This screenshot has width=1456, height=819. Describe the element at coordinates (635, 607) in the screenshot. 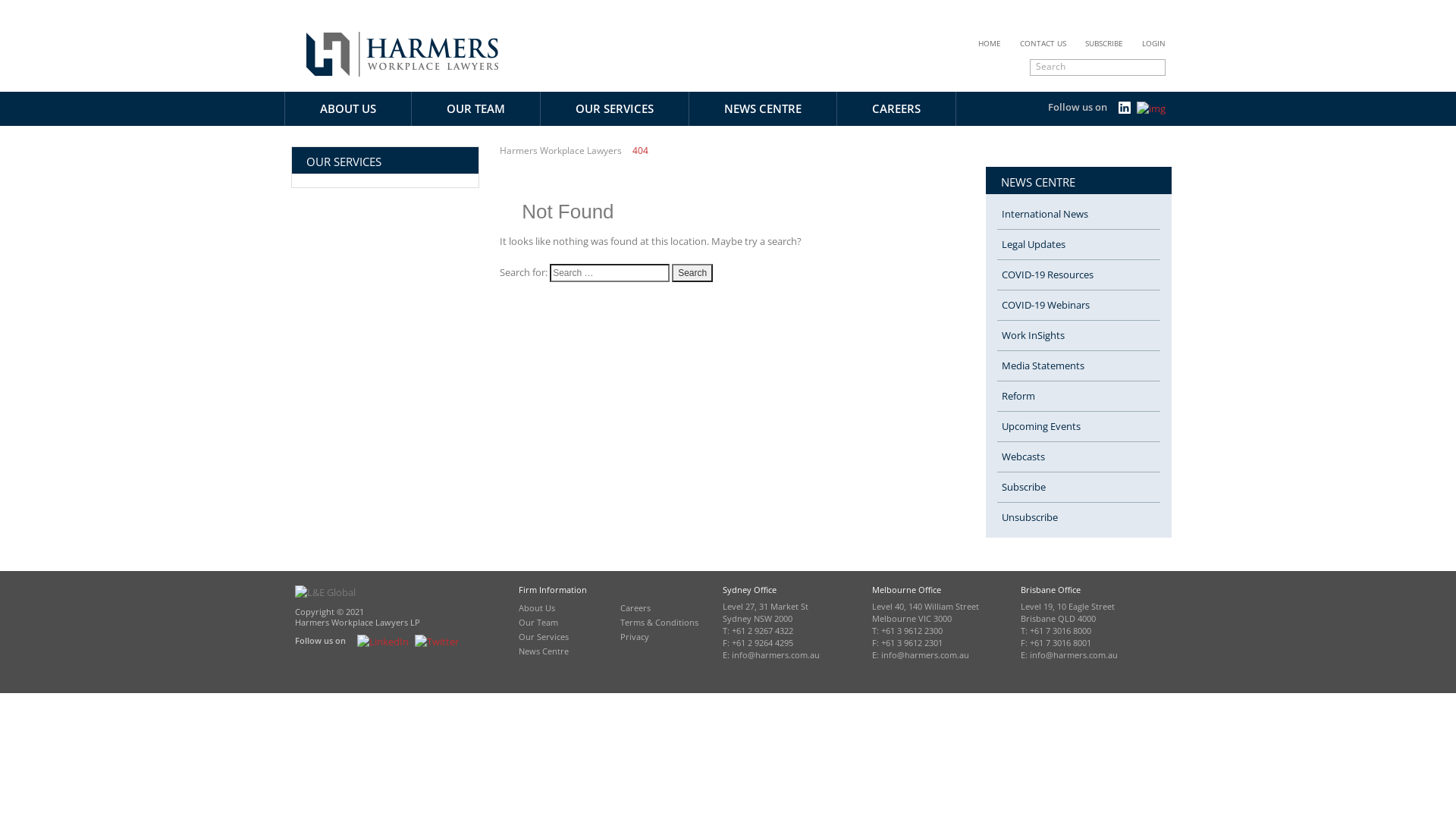

I see `'Careers'` at that location.